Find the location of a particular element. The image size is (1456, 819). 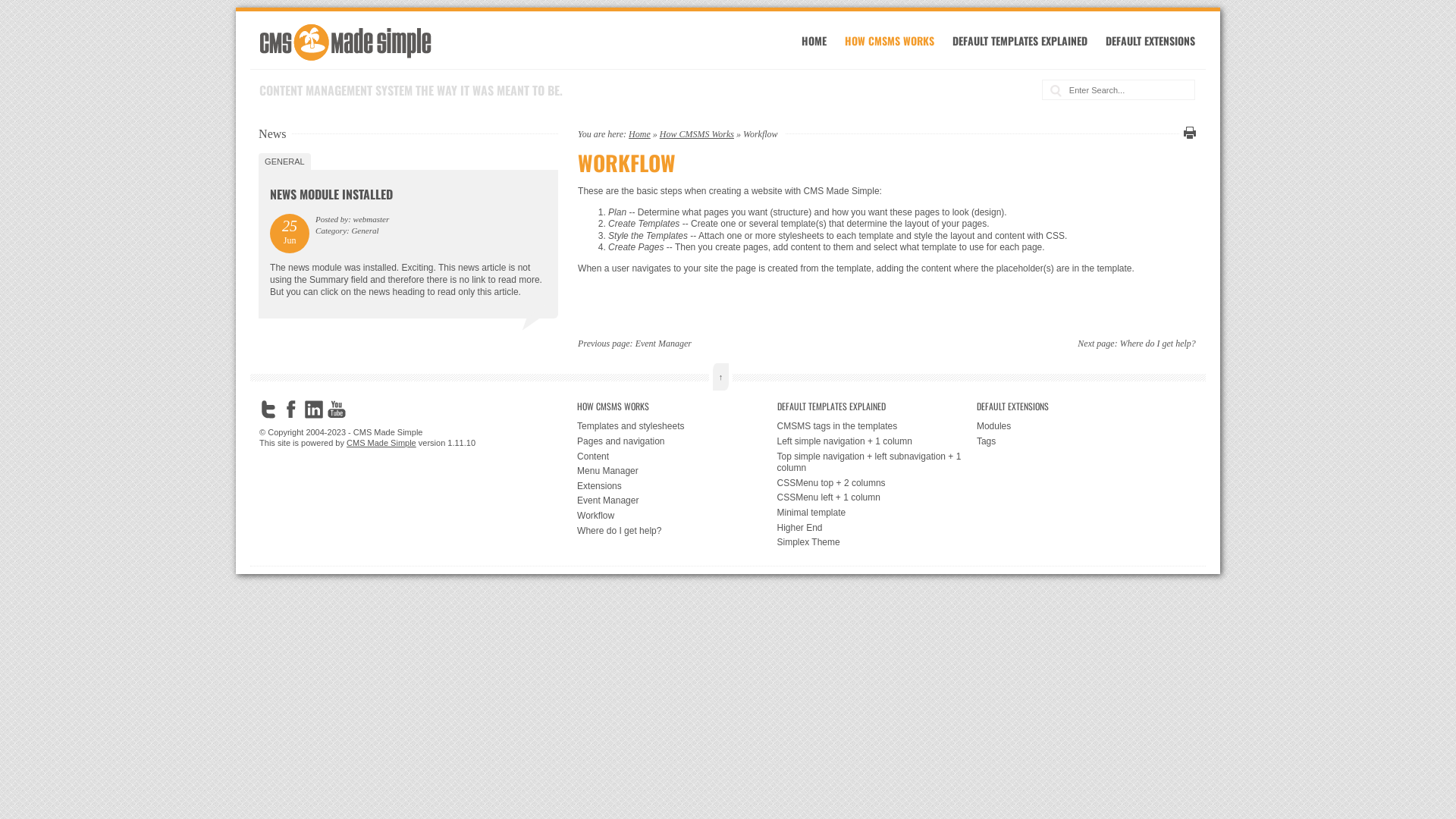

'Skip to navigation' is located at coordinates (270, 27).